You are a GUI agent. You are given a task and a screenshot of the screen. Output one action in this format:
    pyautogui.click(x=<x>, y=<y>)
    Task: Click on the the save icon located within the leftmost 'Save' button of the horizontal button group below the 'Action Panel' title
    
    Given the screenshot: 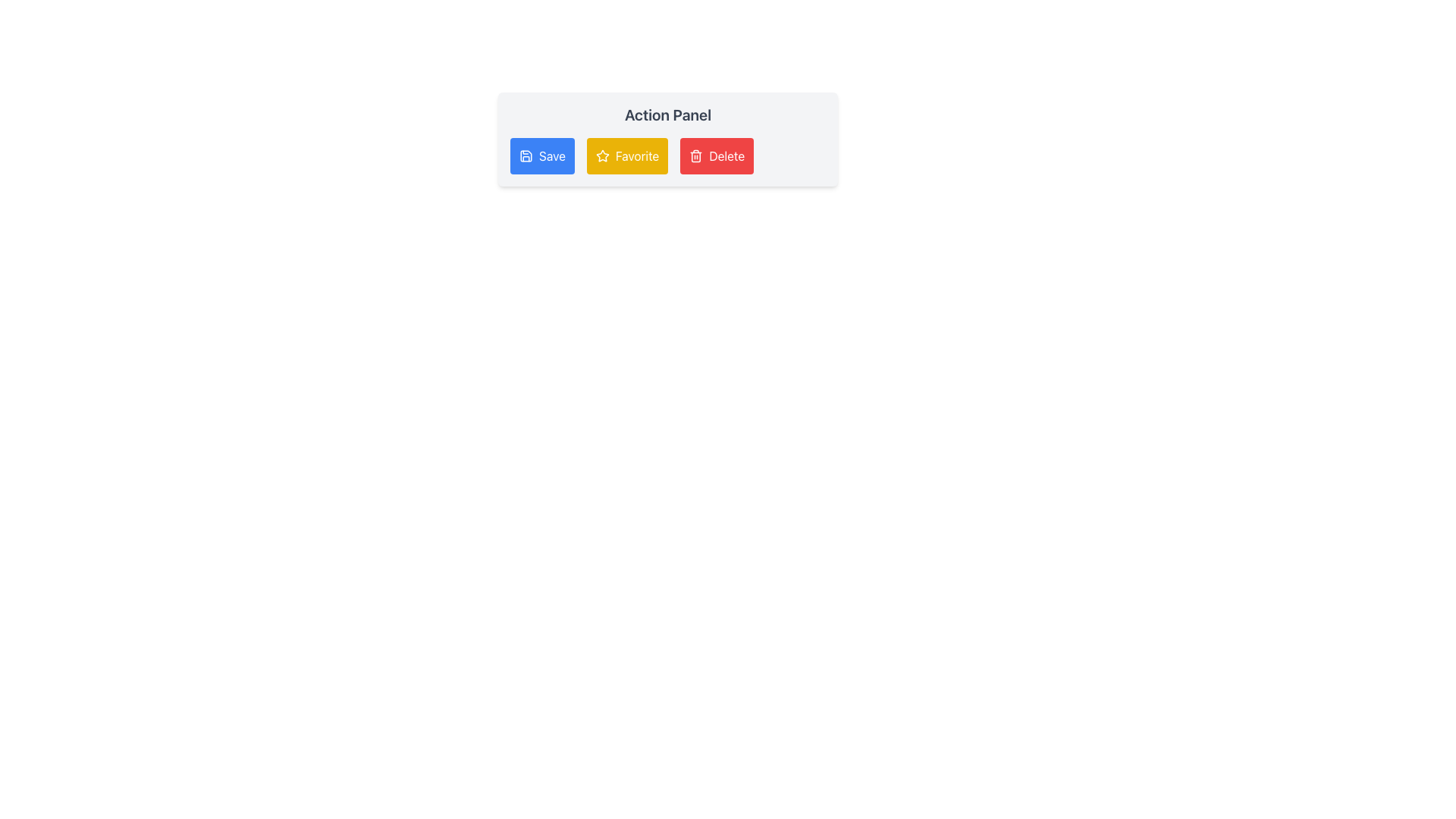 What is the action you would take?
    pyautogui.click(x=526, y=155)
    